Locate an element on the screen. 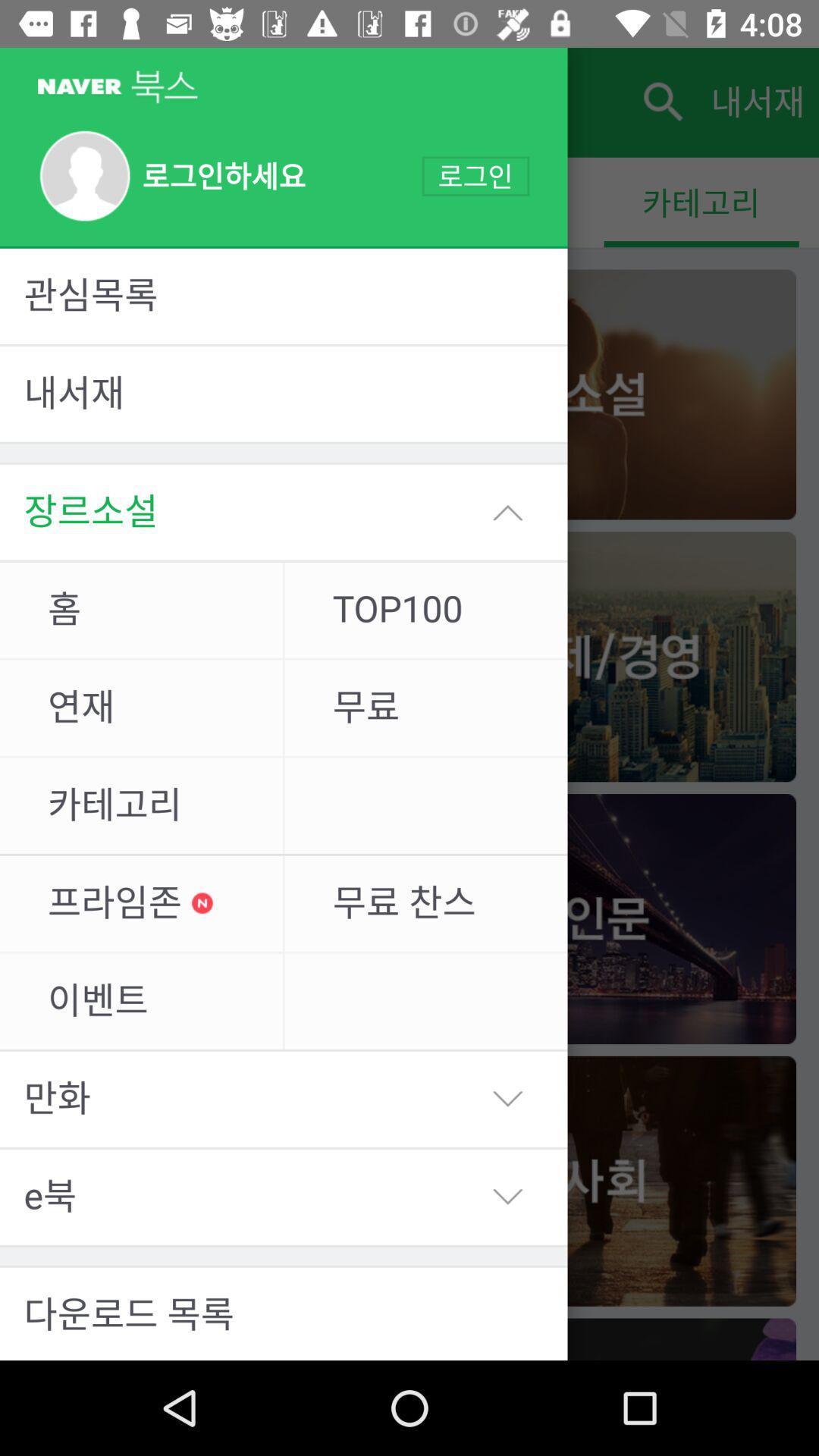 The image size is (819, 1456). the profile image is located at coordinates (85, 175).